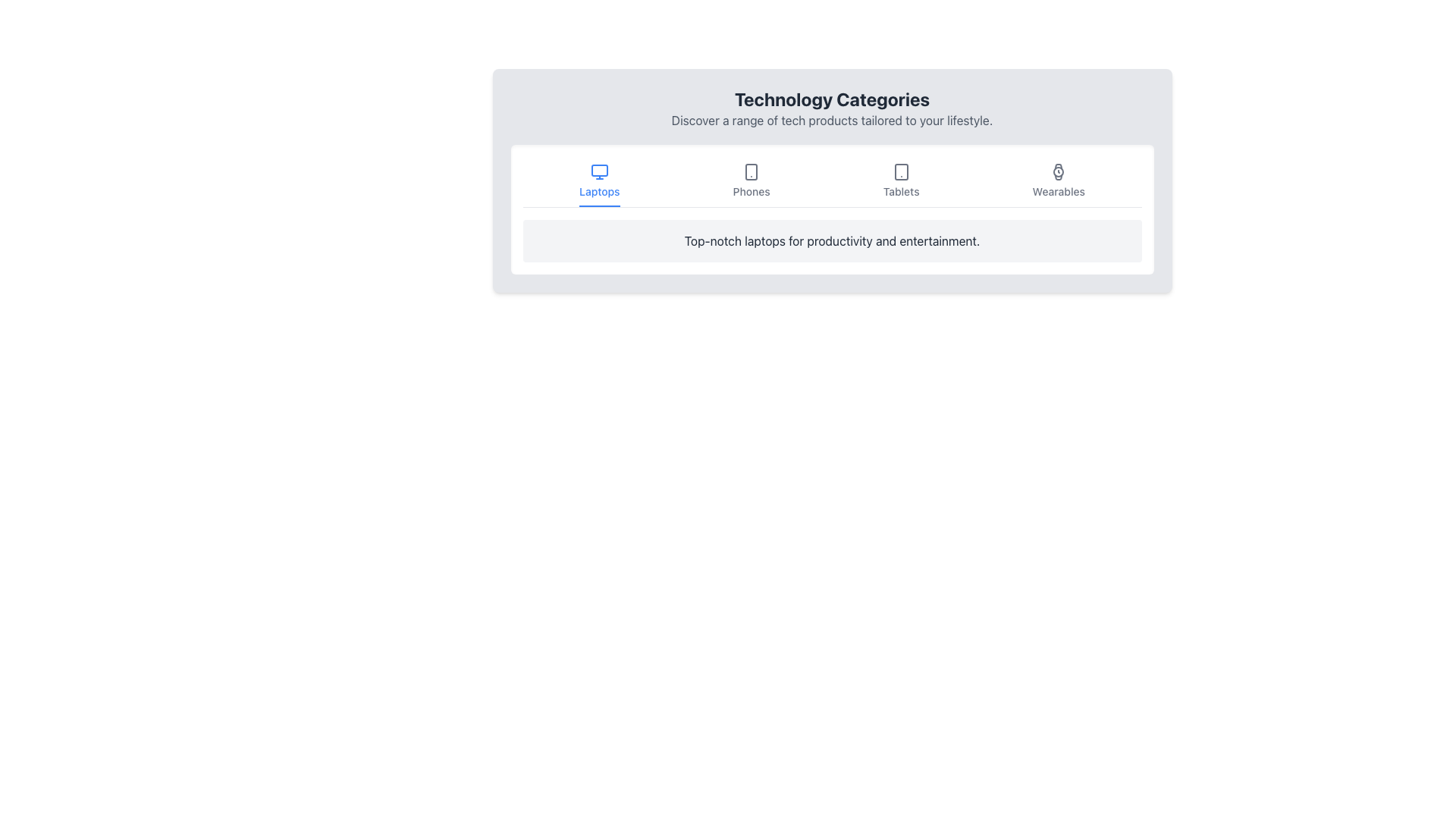 This screenshot has height=819, width=1456. Describe the element at coordinates (752, 171) in the screenshot. I see `the larger category button that encompasses the smartphone icon representing the 'Phones' category in the horizontal menu` at that location.